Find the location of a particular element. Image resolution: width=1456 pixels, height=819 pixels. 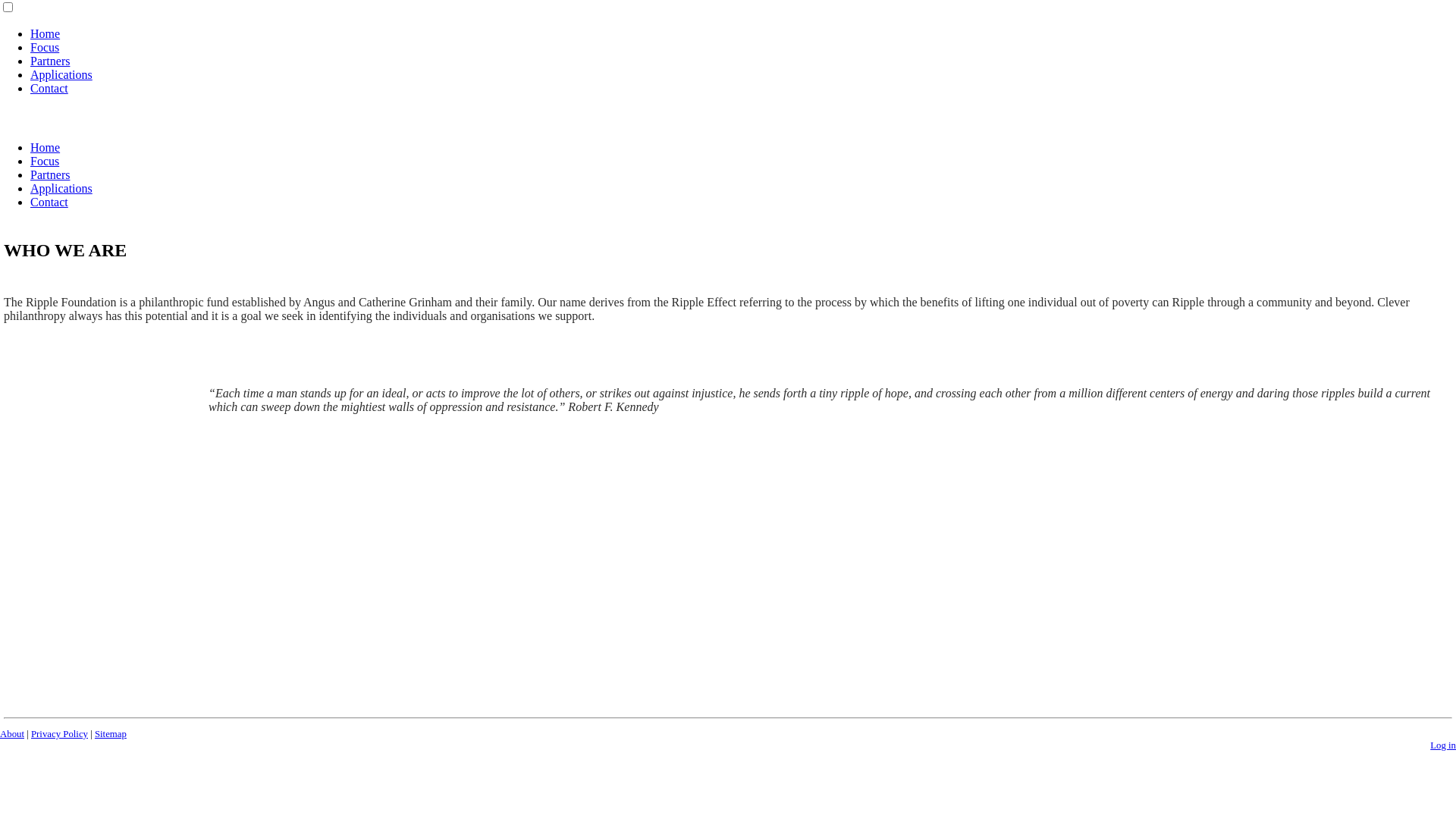

'Home' is located at coordinates (45, 33).